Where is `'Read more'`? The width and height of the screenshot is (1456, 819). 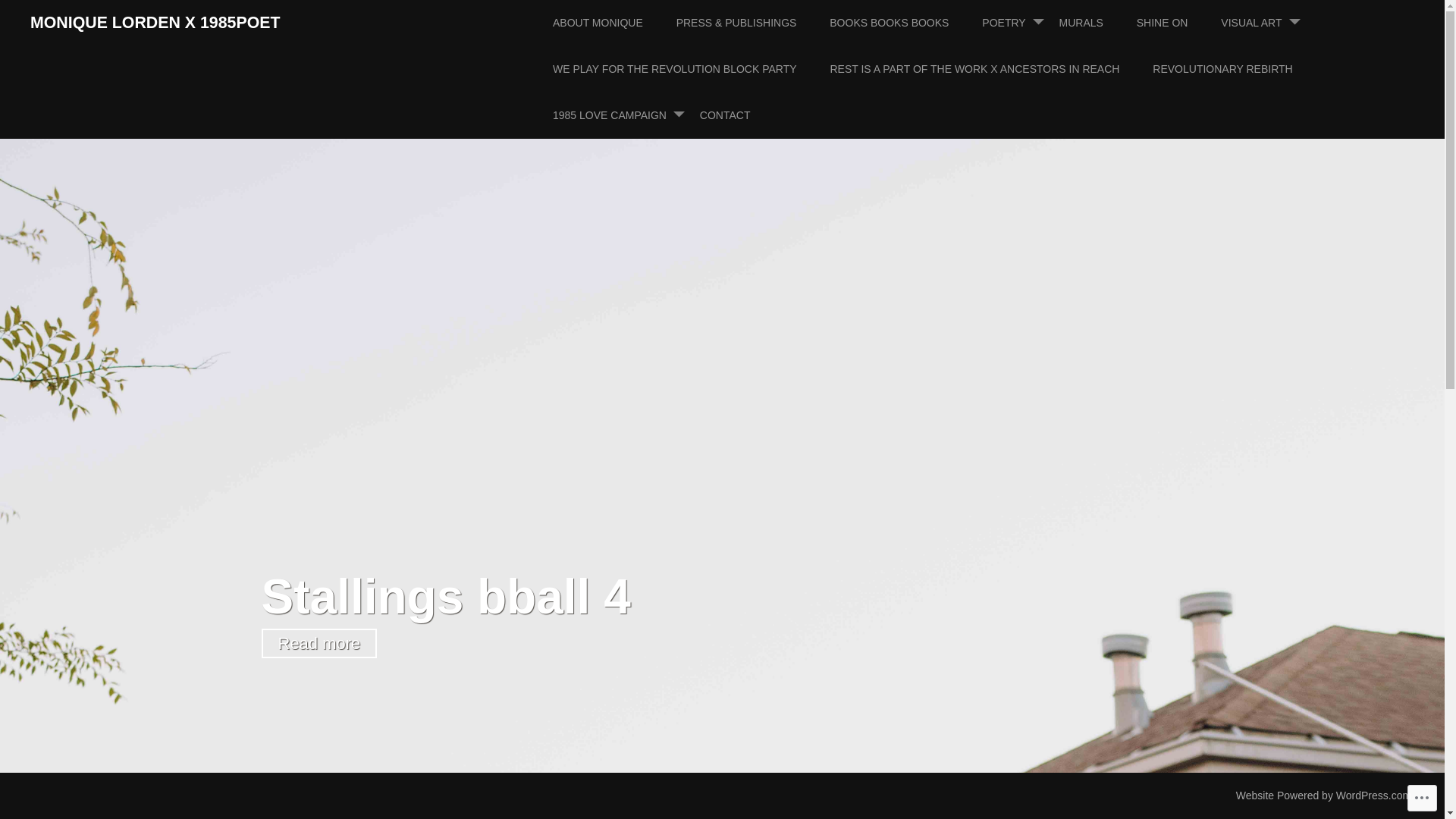 'Read more' is located at coordinates (318, 642).